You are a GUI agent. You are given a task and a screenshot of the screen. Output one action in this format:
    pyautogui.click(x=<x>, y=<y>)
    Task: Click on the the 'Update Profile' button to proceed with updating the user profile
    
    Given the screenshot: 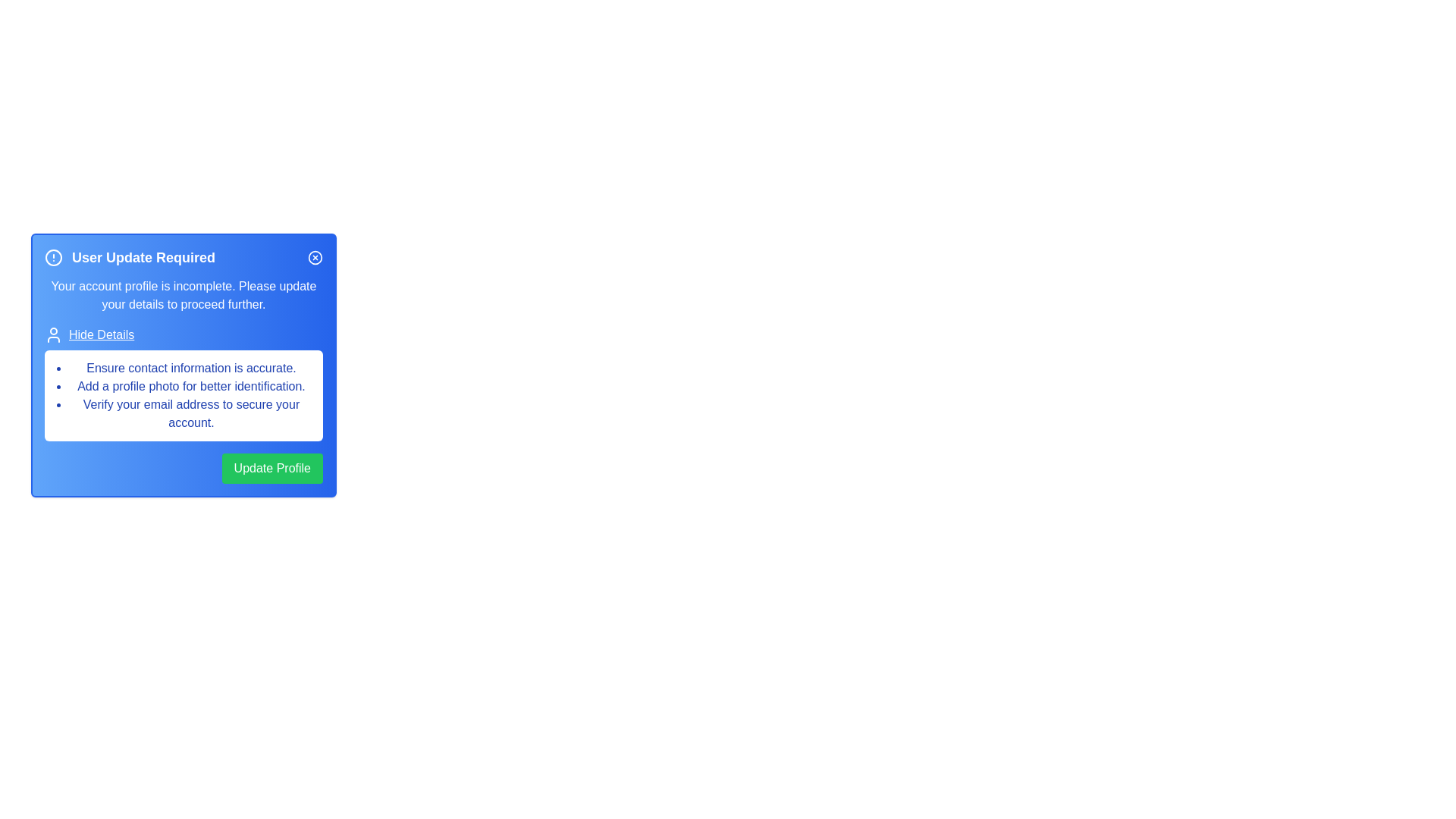 What is the action you would take?
    pyautogui.click(x=272, y=467)
    